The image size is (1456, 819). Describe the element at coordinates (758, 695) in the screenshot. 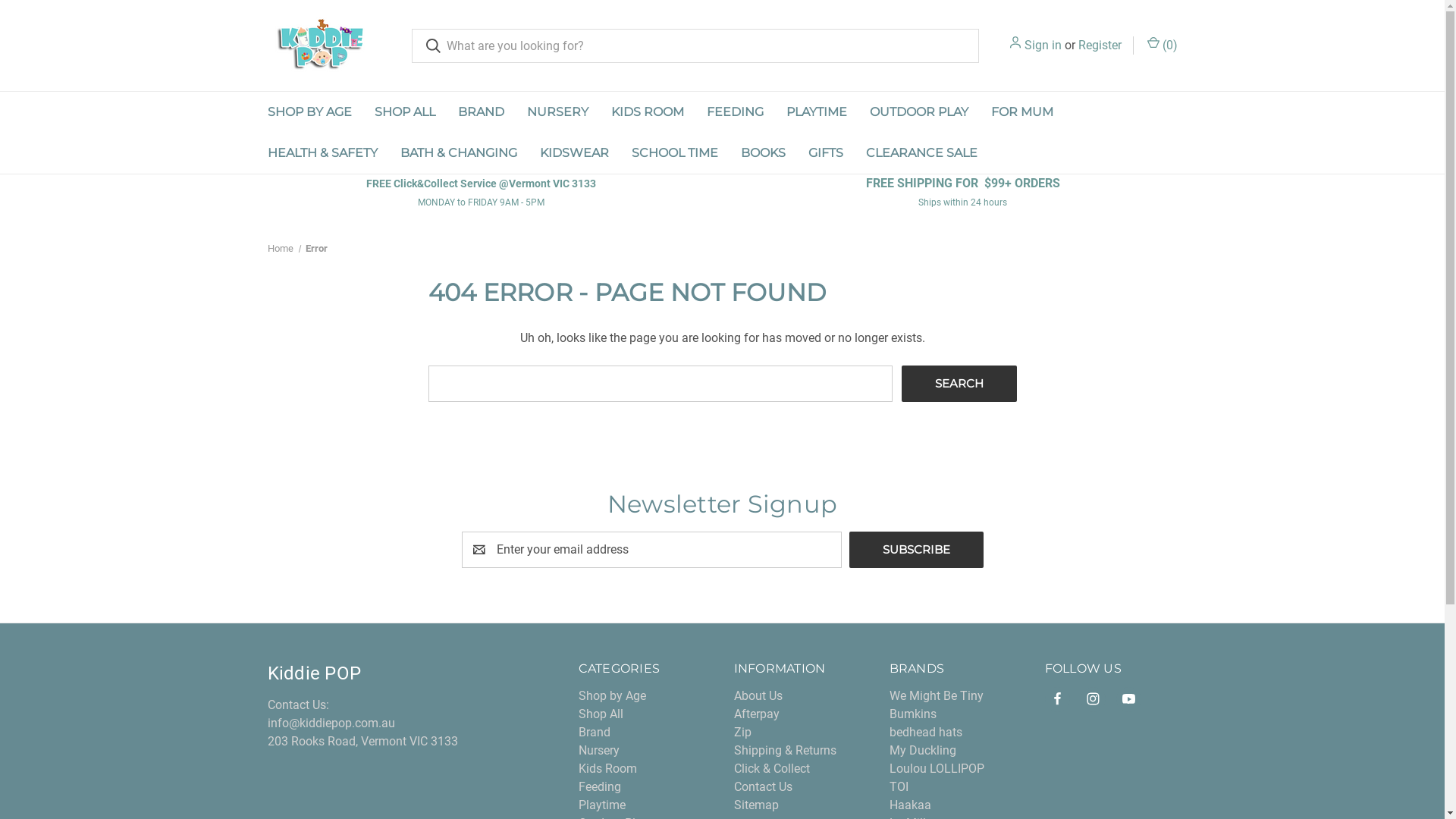

I see `'About Us'` at that location.